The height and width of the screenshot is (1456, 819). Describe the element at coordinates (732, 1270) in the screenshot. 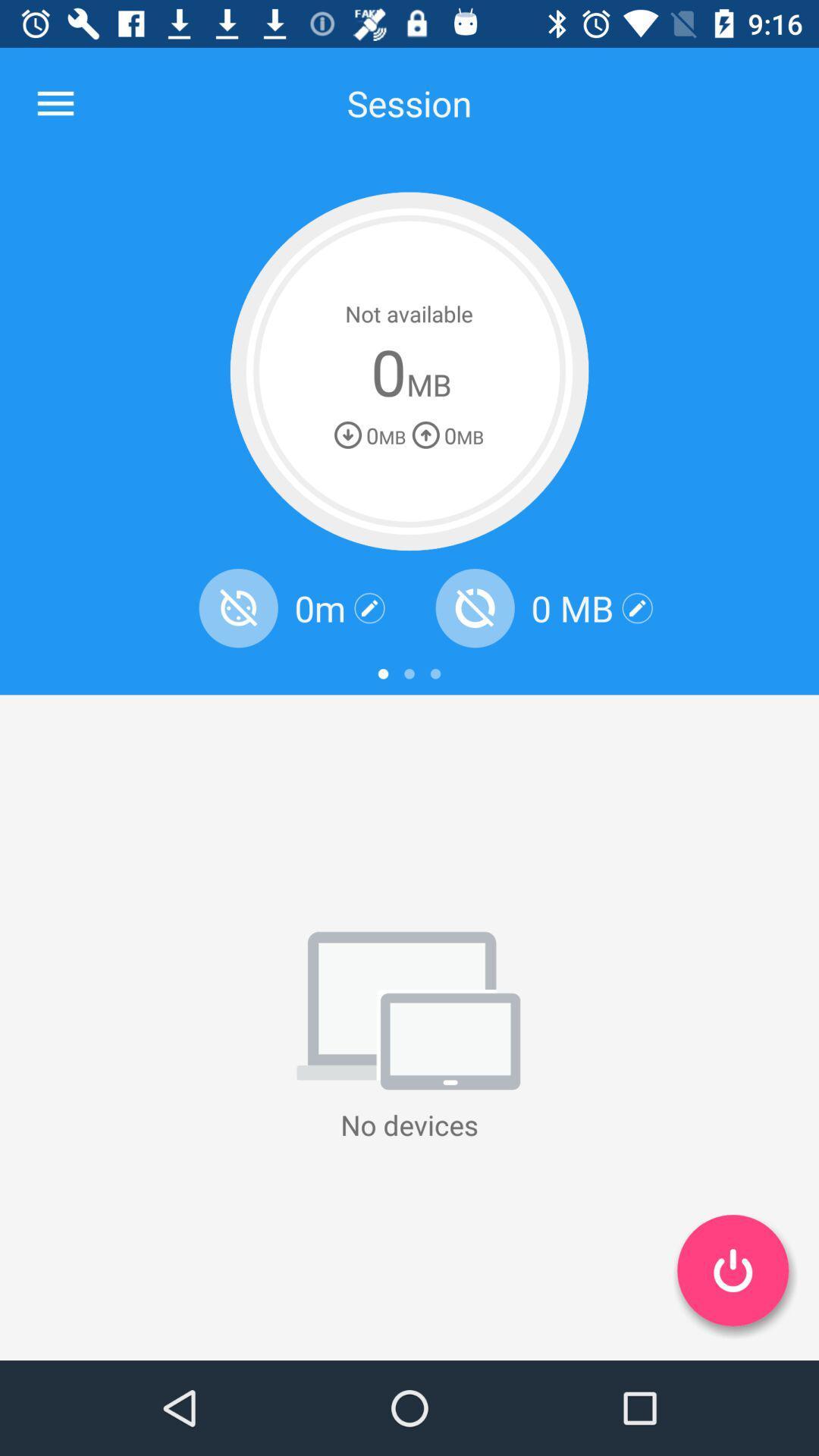

I see `the icon below no devices item` at that location.